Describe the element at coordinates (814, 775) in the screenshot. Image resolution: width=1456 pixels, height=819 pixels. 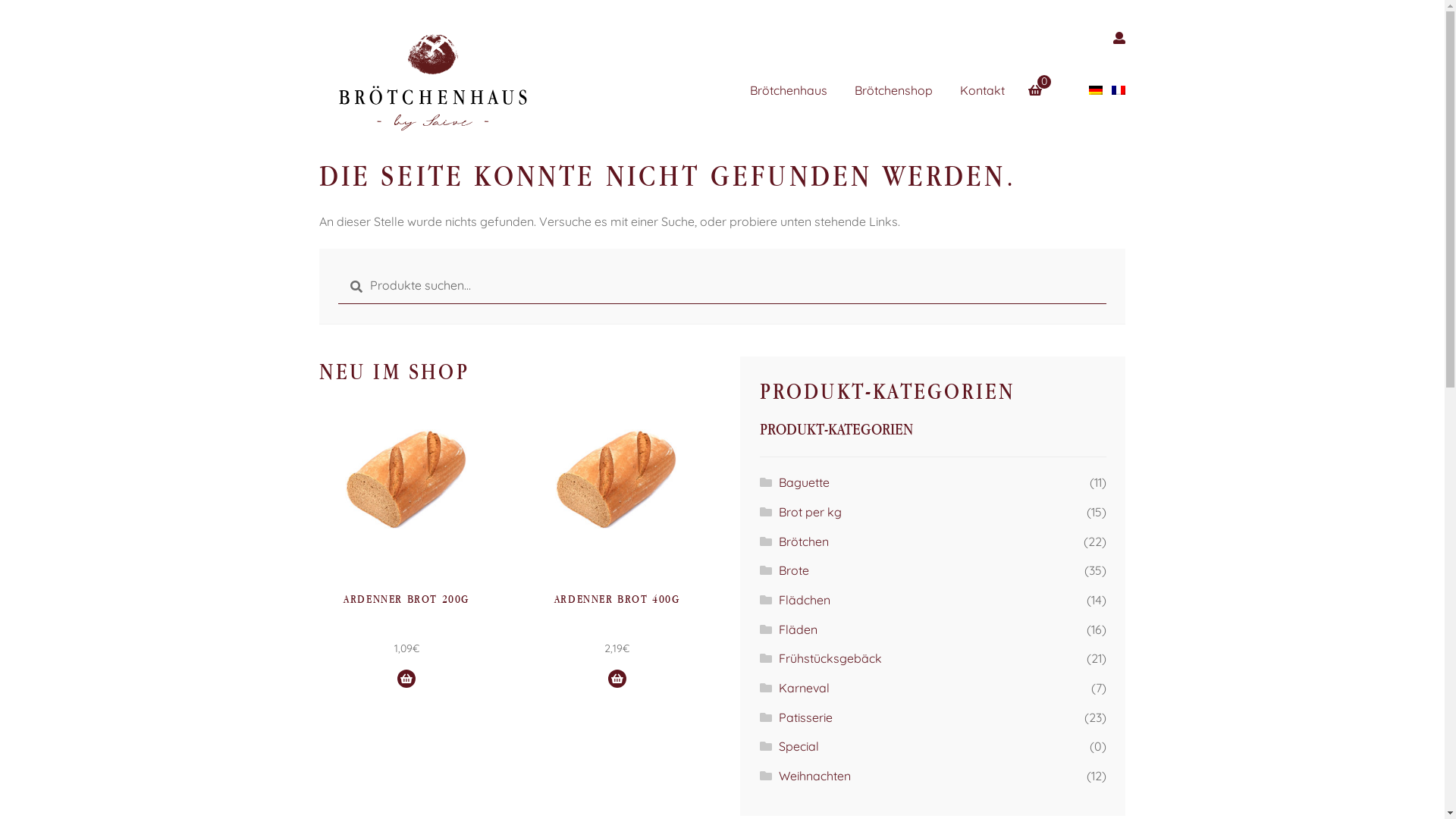
I see `'Weihnachten'` at that location.